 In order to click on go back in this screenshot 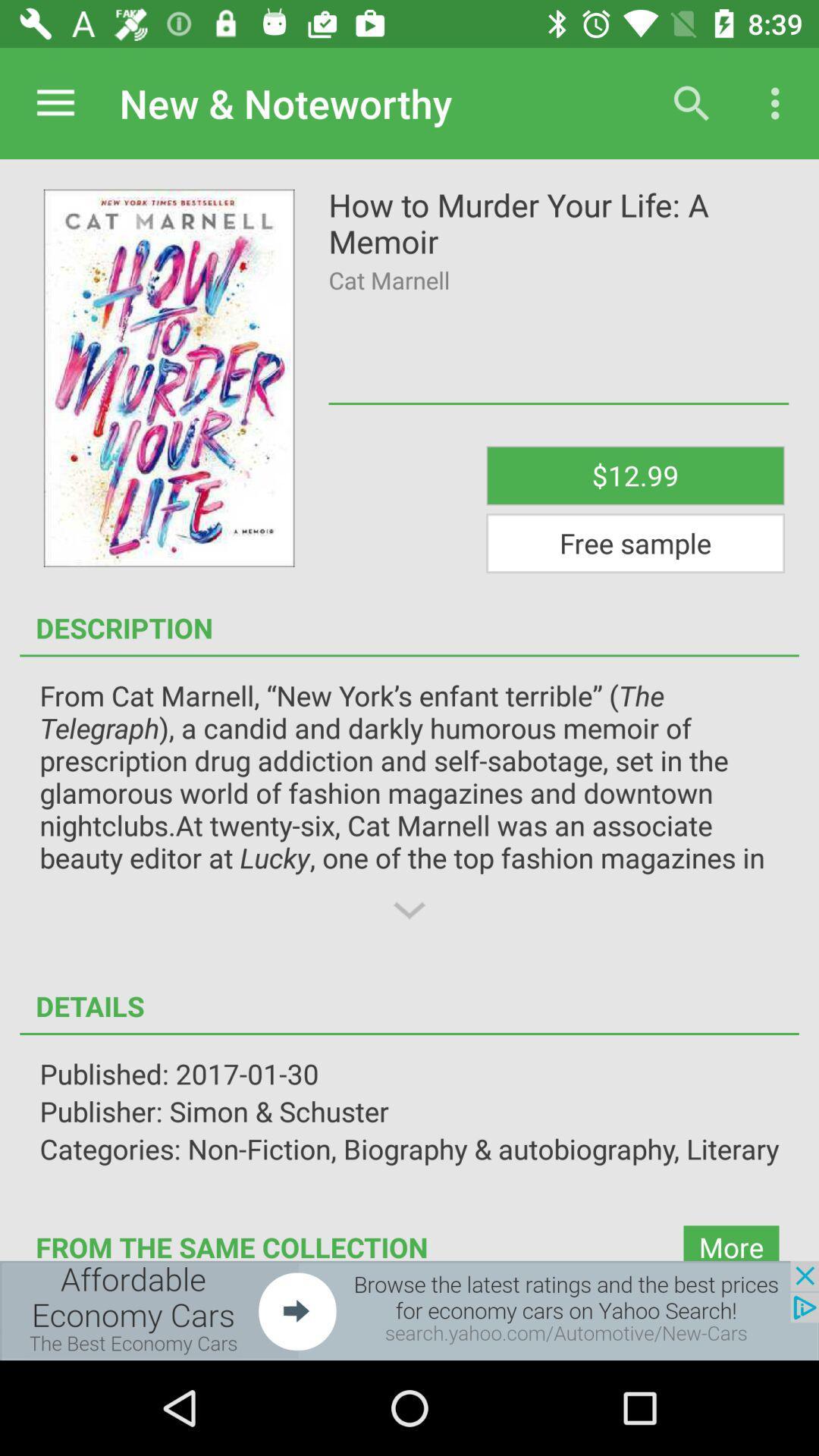, I will do `click(409, 1310)`.